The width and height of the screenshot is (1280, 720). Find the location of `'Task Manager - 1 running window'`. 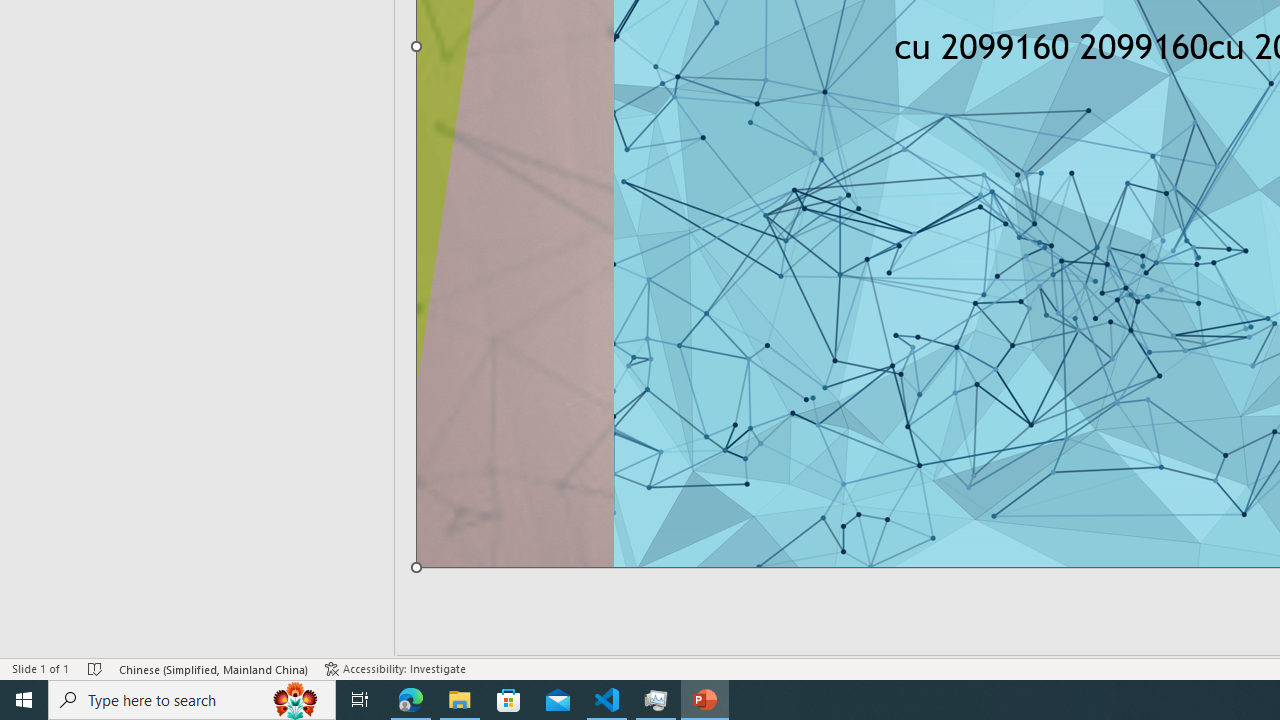

'Task Manager - 1 running window' is located at coordinates (656, 698).